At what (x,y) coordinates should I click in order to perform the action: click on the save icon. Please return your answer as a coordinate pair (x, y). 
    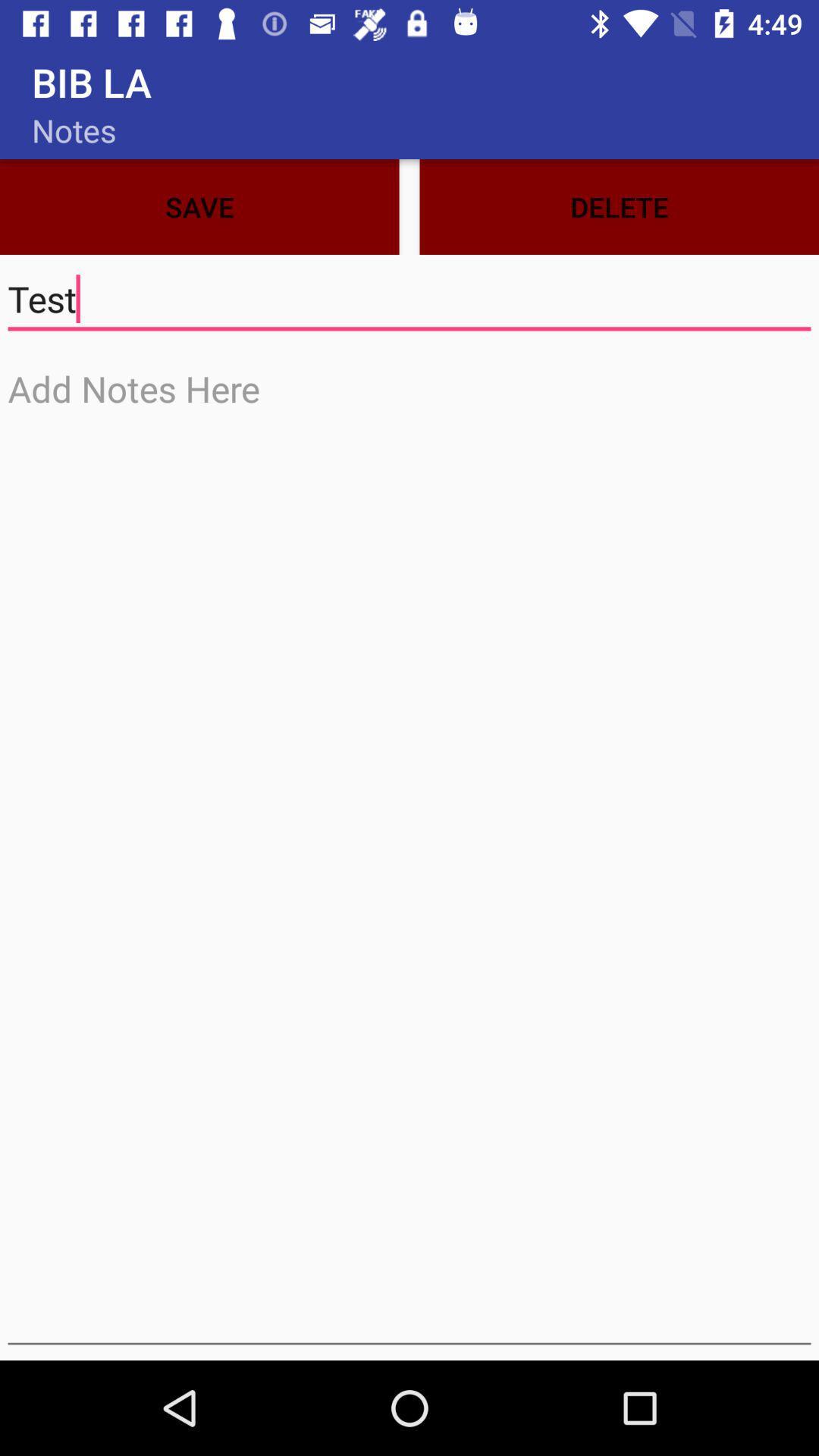
    Looking at the image, I should click on (199, 206).